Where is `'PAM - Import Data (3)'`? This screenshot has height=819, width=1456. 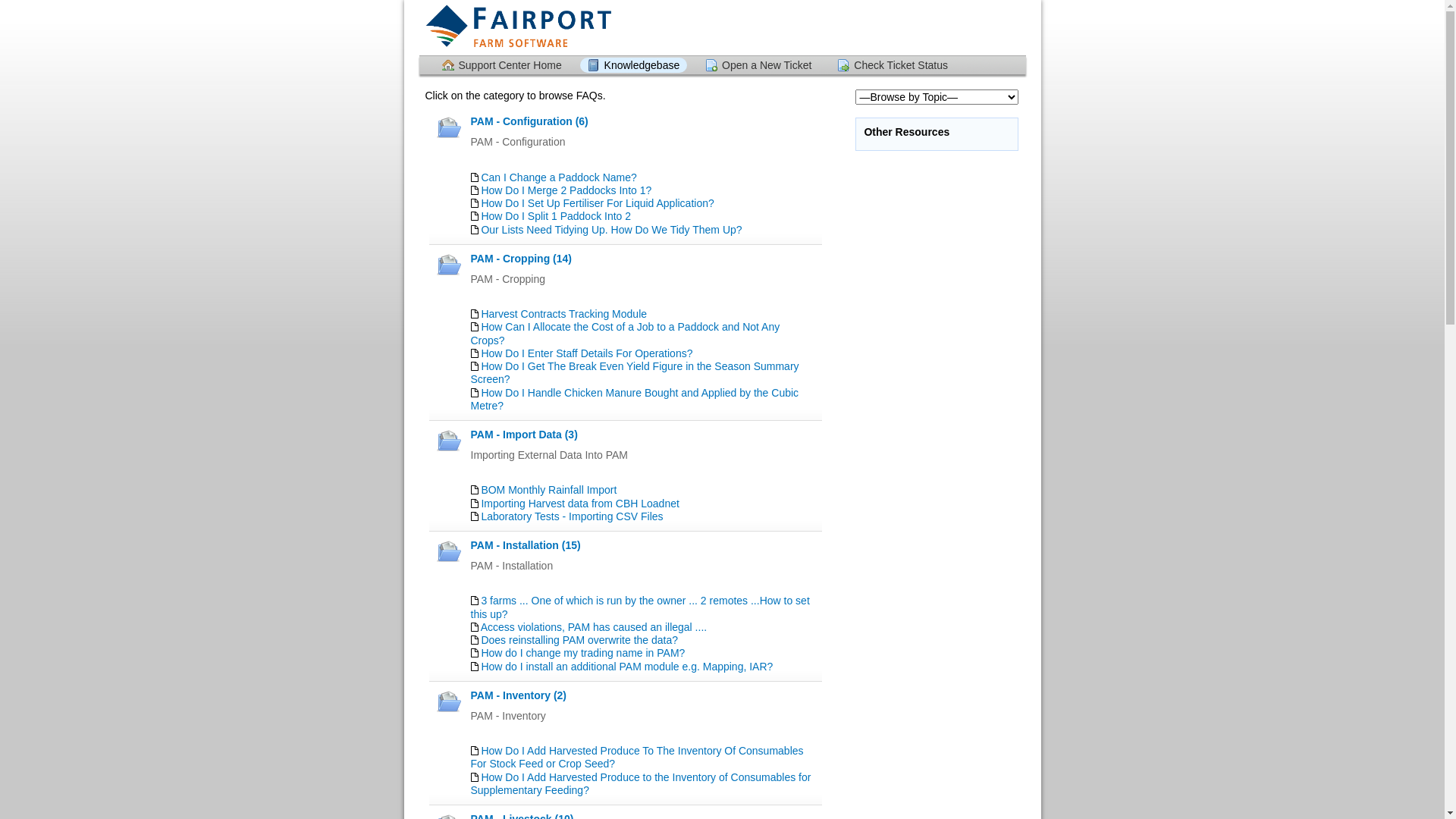
'PAM - Import Data (3)' is located at coordinates (523, 435).